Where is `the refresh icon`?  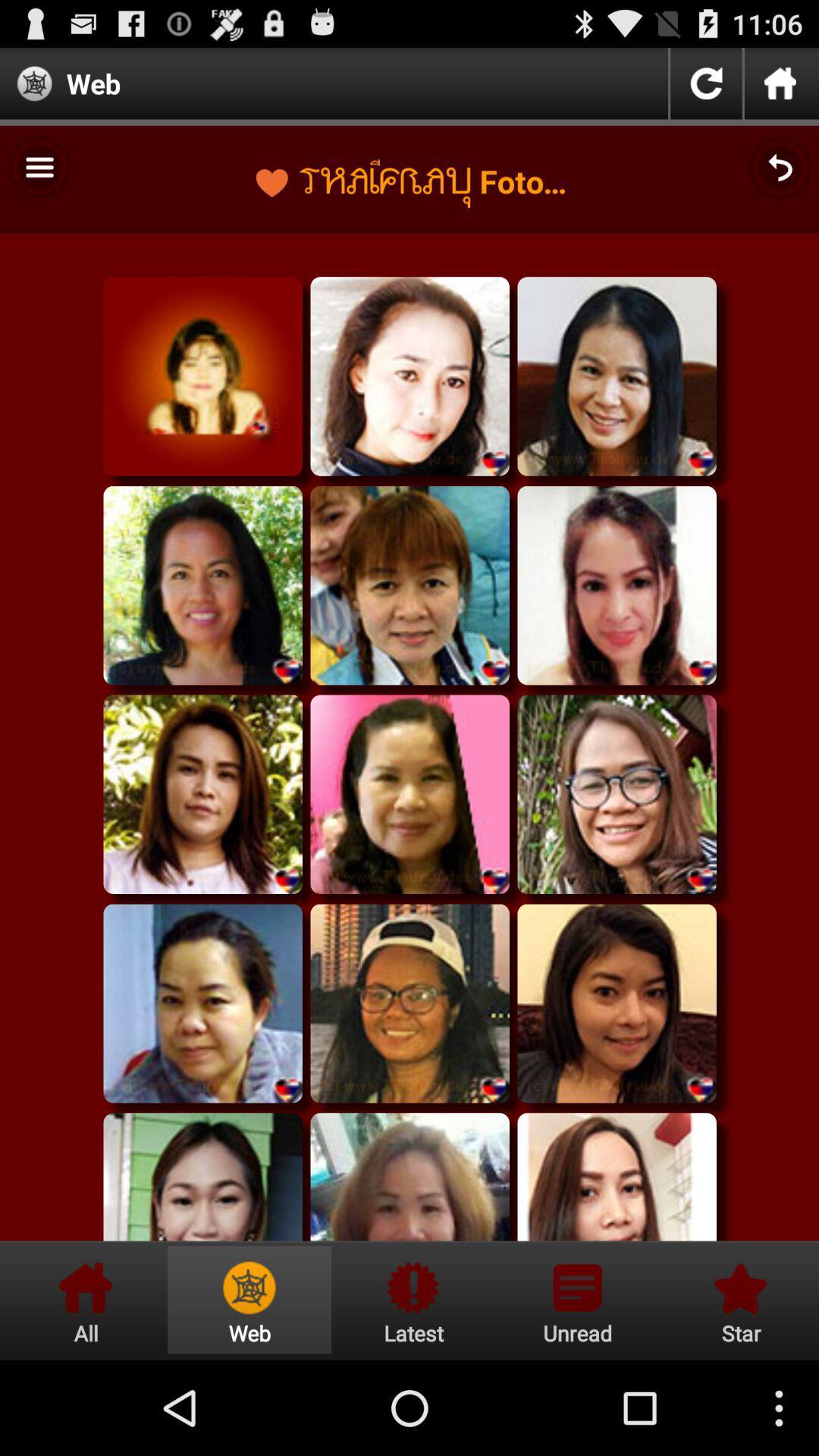 the refresh icon is located at coordinates (706, 89).